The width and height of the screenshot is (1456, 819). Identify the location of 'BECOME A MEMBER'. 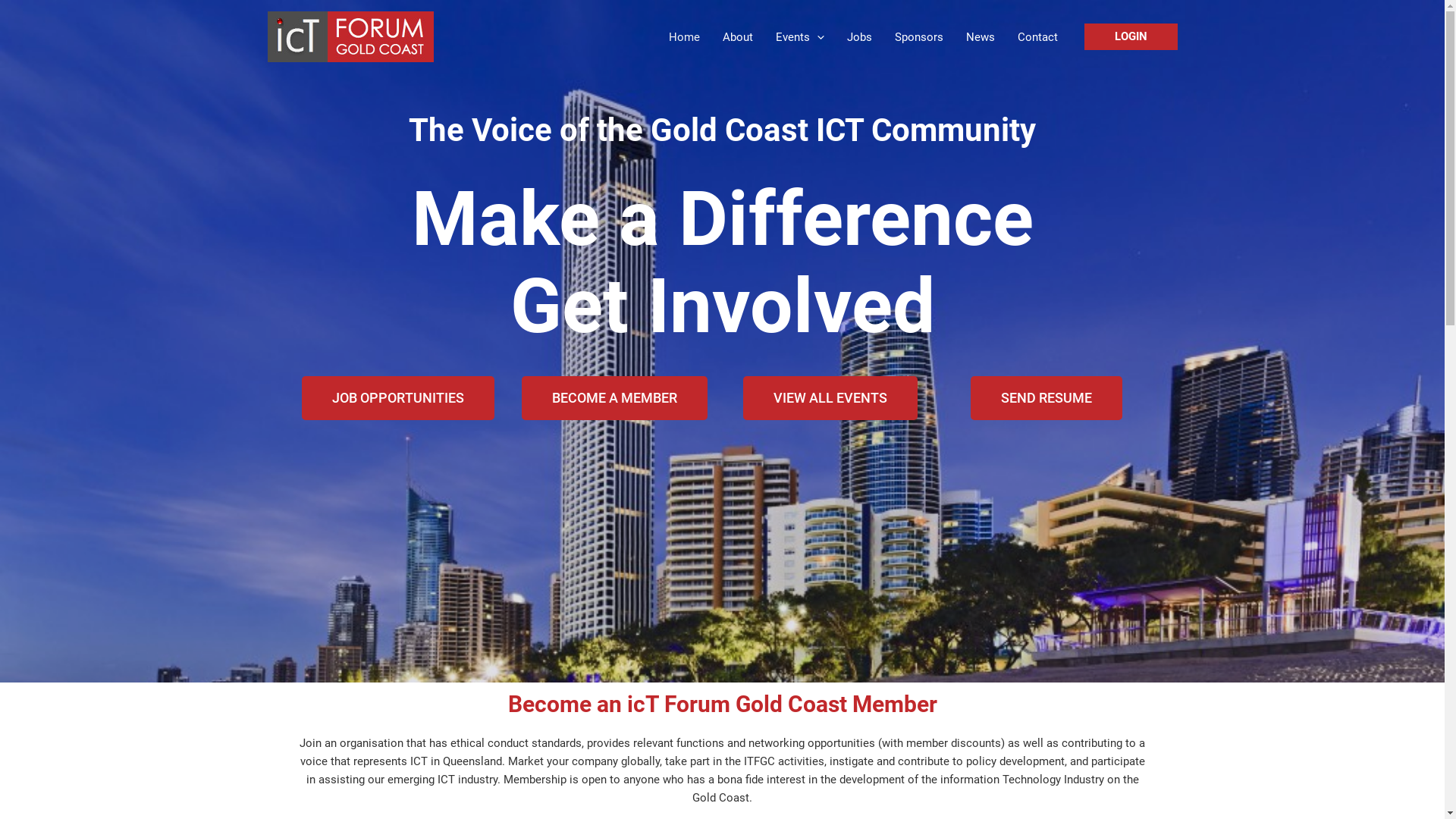
(614, 397).